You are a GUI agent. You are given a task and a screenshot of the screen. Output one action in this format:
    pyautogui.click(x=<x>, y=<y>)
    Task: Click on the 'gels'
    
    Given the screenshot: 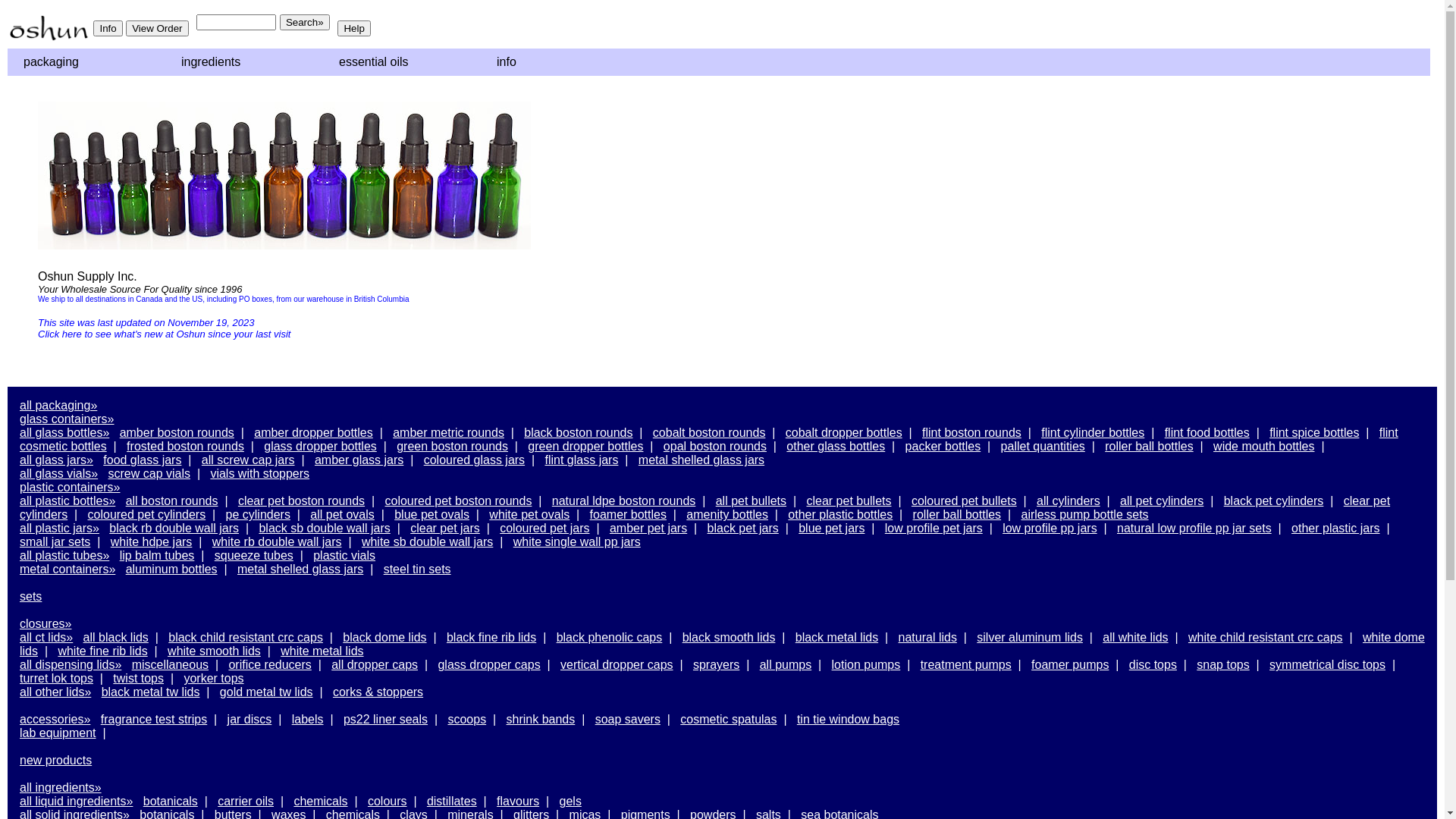 What is the action you would take?
    pyautogui.click(x=570, y=800)
    